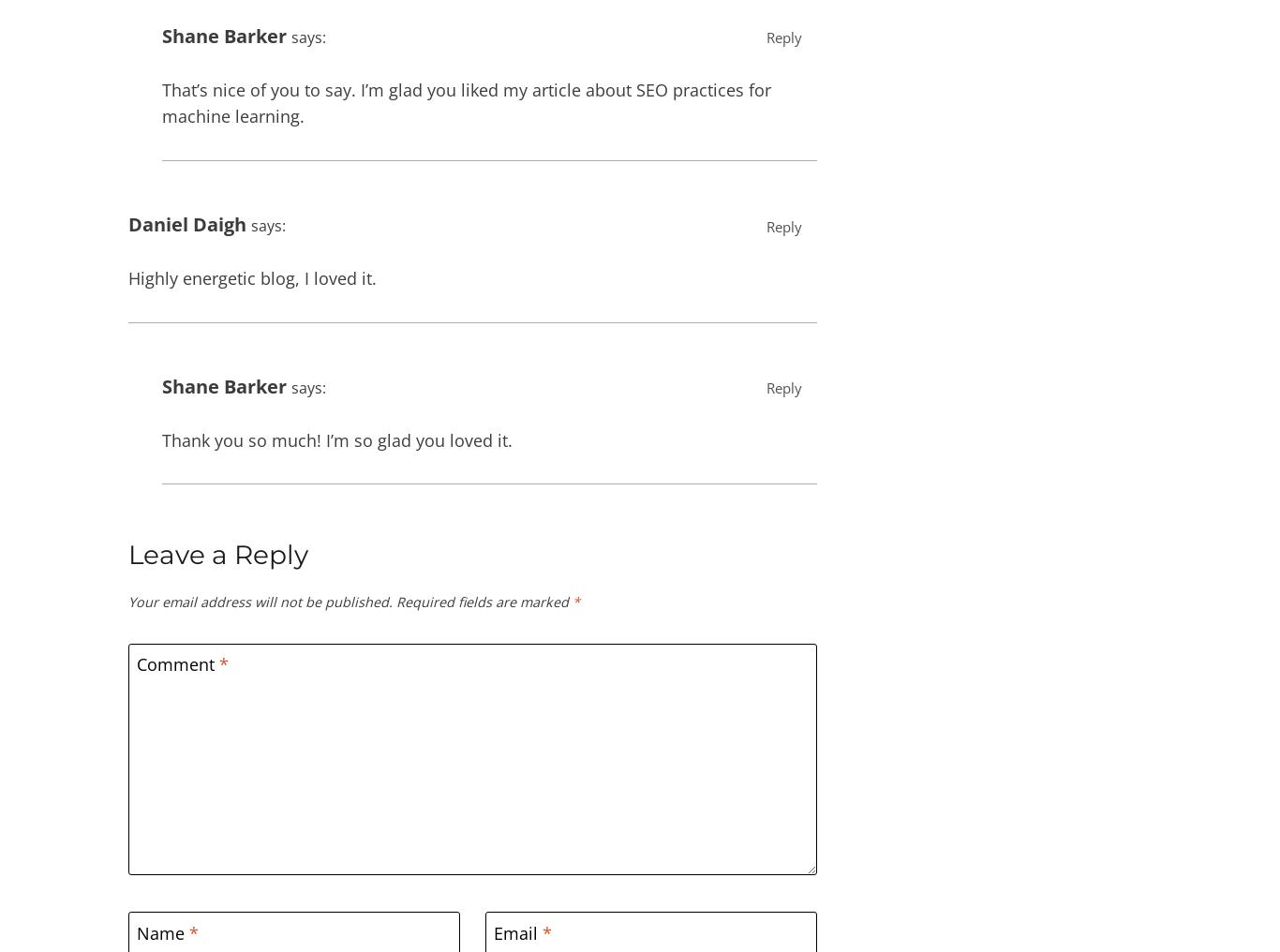 This screenshot has width=1280, height=952. I want to click on 'Leave a Reply', so click(218, 555).